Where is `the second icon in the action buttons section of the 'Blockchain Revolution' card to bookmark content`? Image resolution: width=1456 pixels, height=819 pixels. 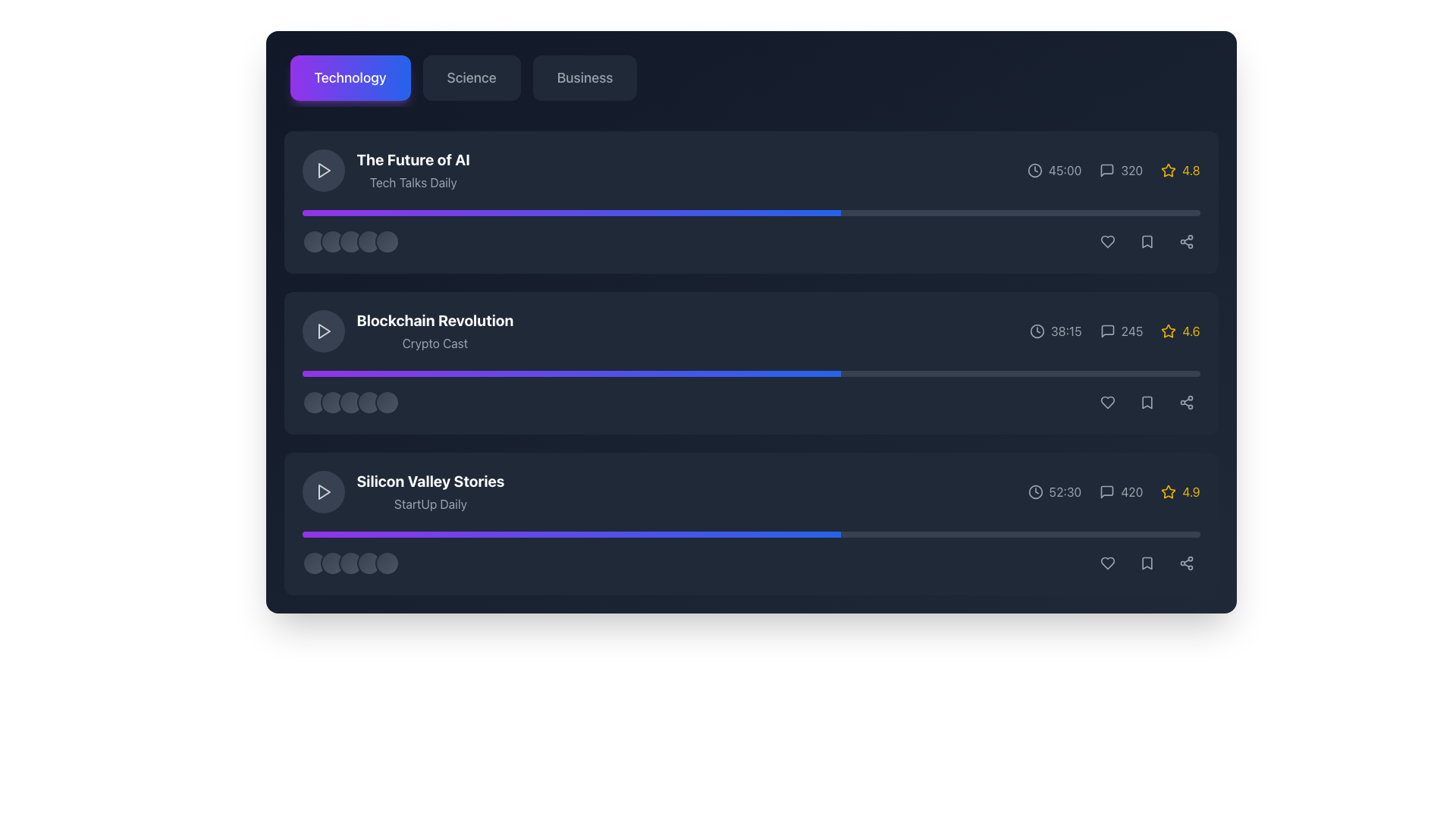
the second icon in the action buttons section of the 'Blockchain Revolution' card to bookmark content is located at coordinates (1147, 402).